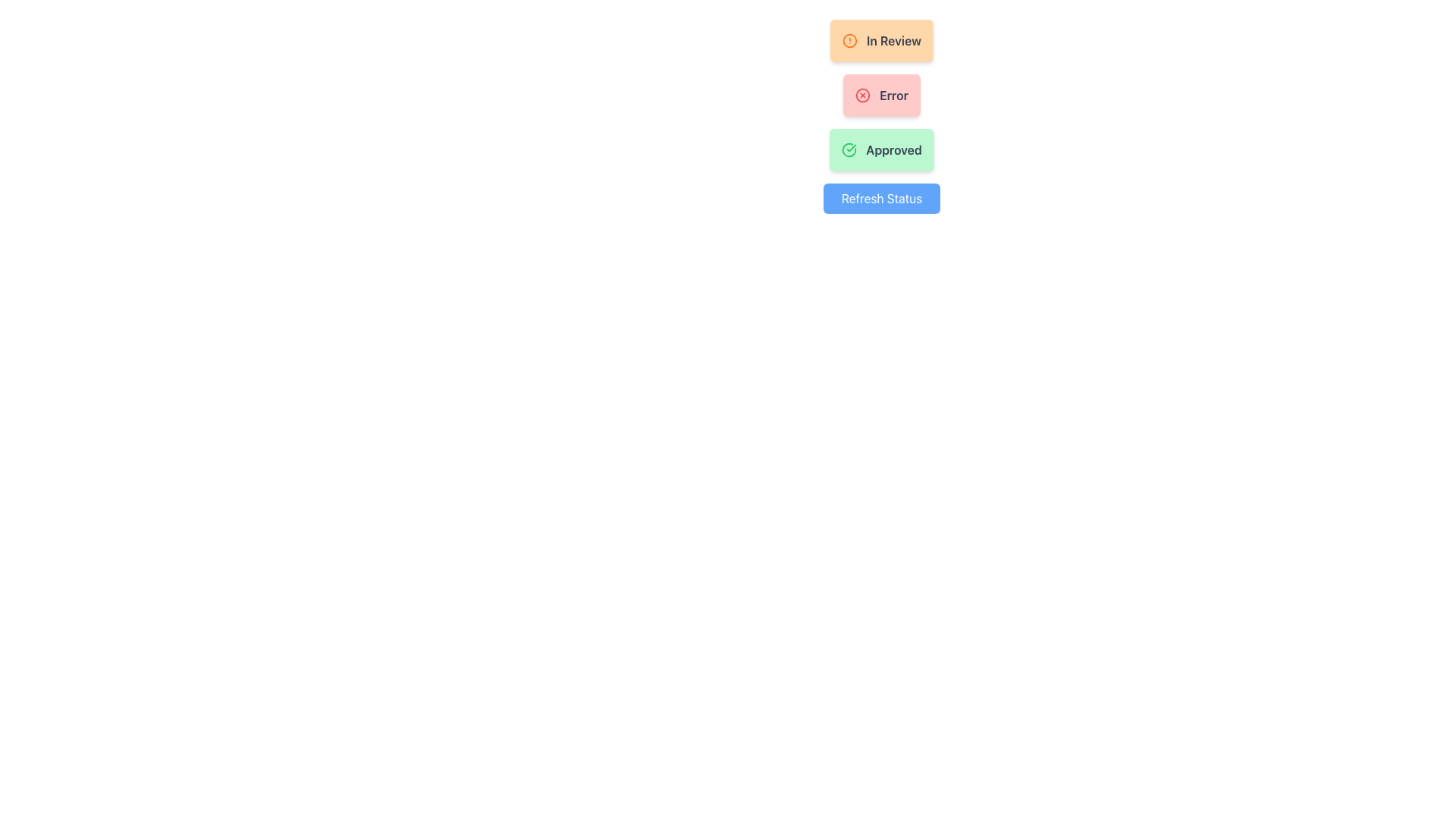 Image resolution: width=1456 pixels, height=819 pixels. I want to click on the non-interactive Notification box indicating an 'Error' state, which is positioned below the 'In Review' button and above the 'Approved' button, so click(881, 96).